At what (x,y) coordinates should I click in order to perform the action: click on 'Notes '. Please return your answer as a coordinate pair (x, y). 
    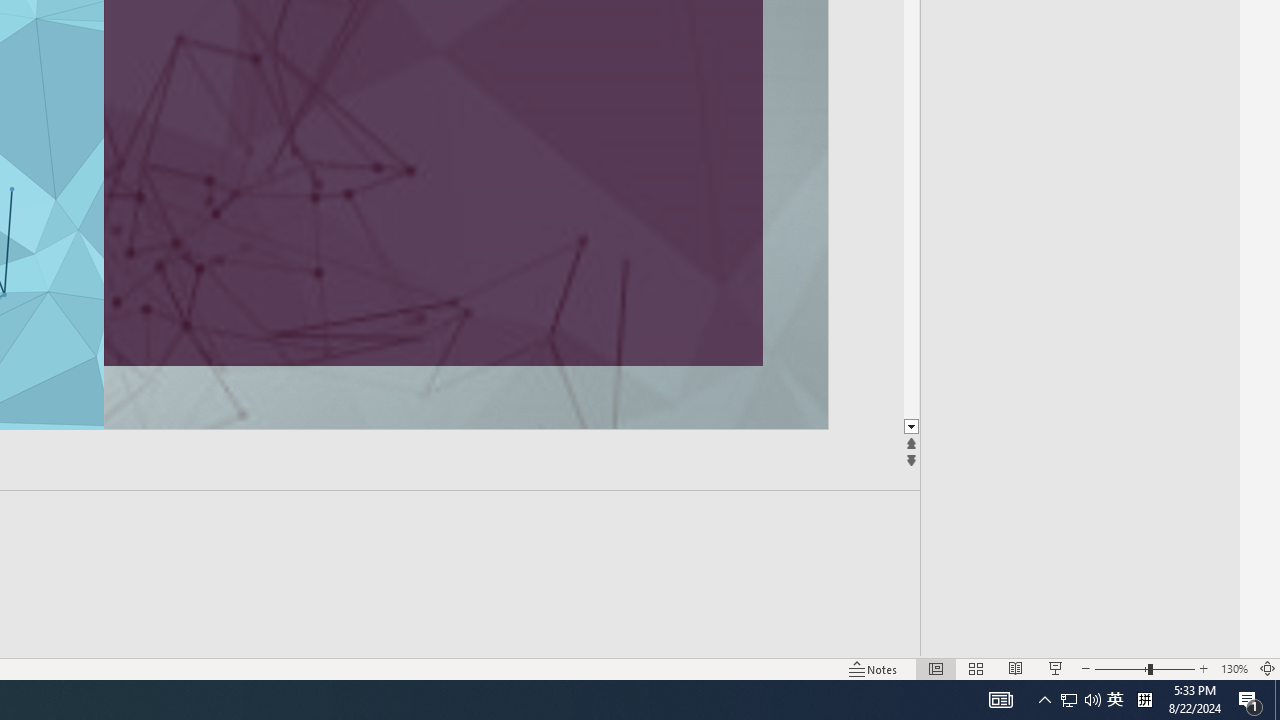
    Looking at the image, I should click on (874, 669).